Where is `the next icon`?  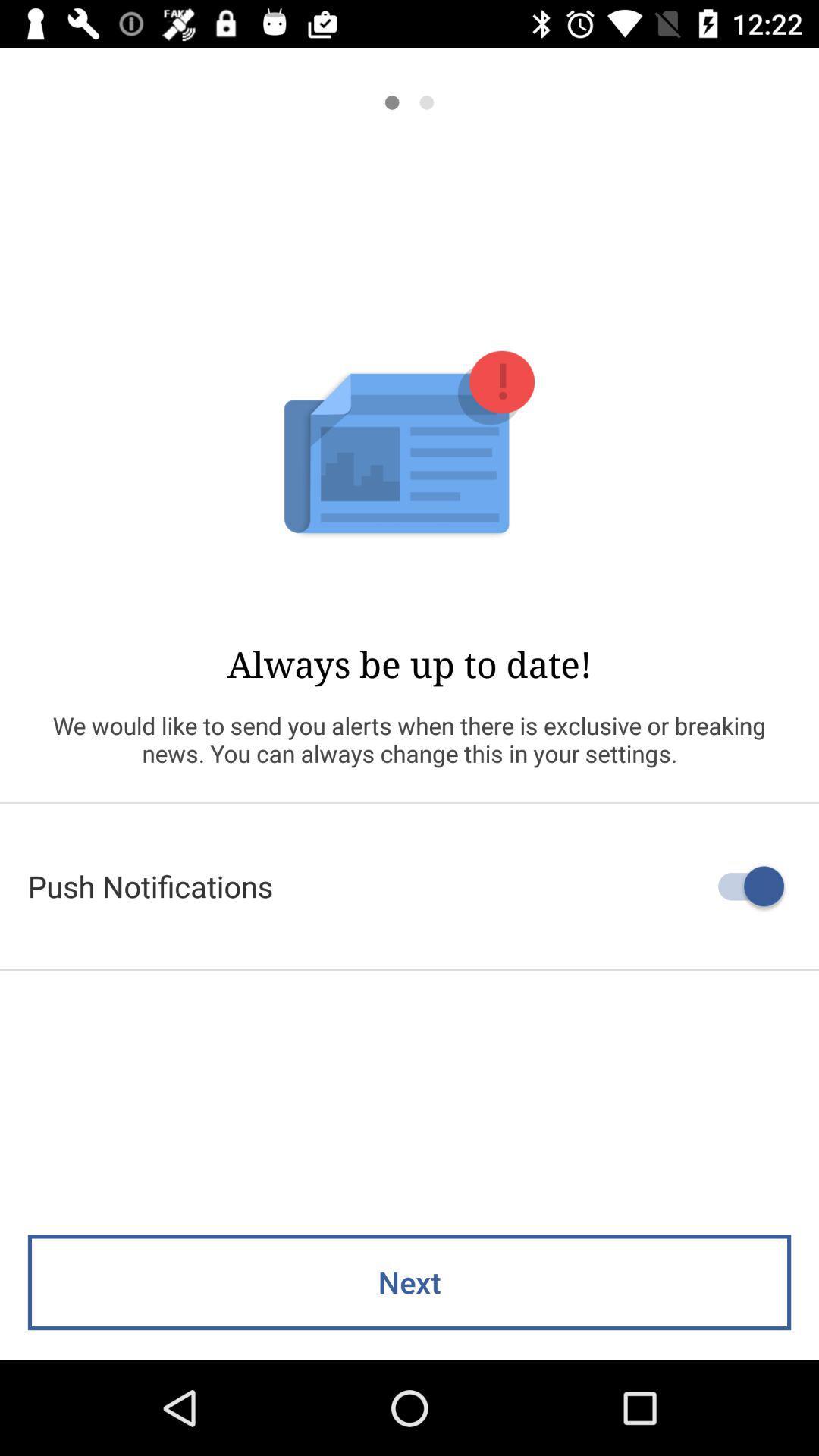 the next icon is located at coordinates (409, 1282).